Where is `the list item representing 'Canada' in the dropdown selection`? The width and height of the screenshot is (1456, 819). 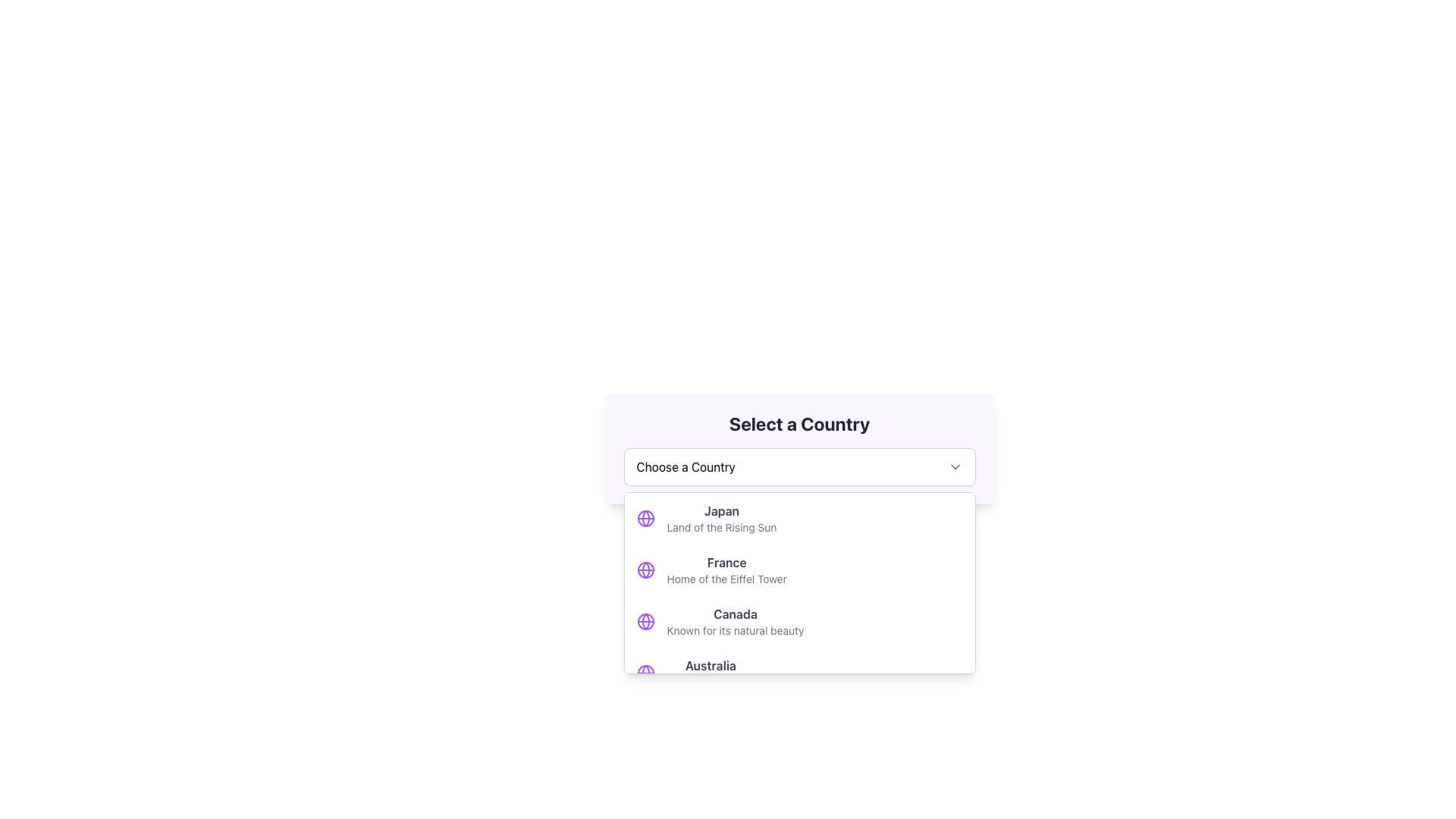
the list item representing 'Canada' in the dropdown selection is located at coordinates (735, 622).